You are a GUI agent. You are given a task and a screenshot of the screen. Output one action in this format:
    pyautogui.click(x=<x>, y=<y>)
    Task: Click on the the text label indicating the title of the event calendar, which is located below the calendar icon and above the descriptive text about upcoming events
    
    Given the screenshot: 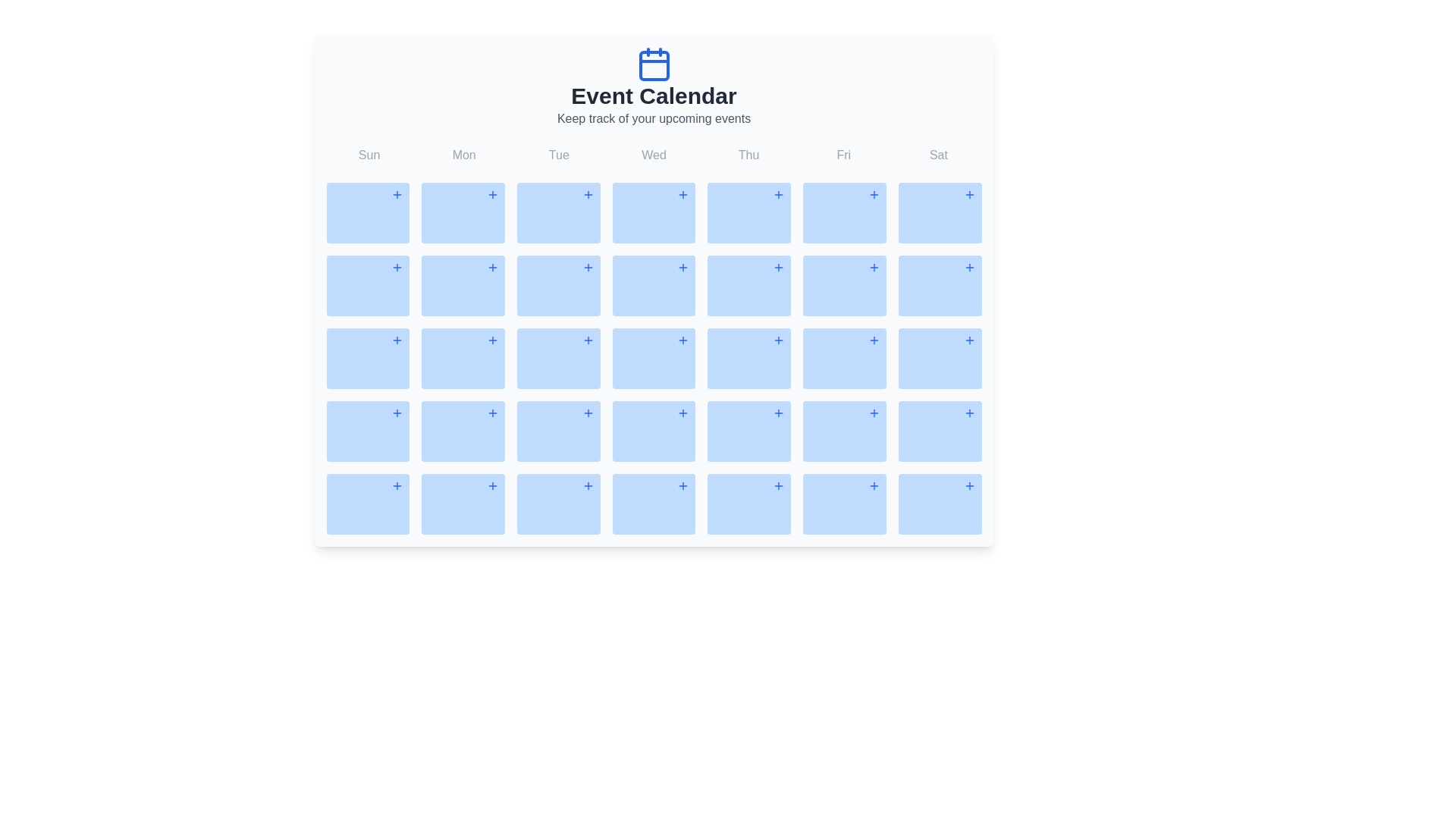 What is the action you would take?
    pyautogui.click(x=654, y=96)
    